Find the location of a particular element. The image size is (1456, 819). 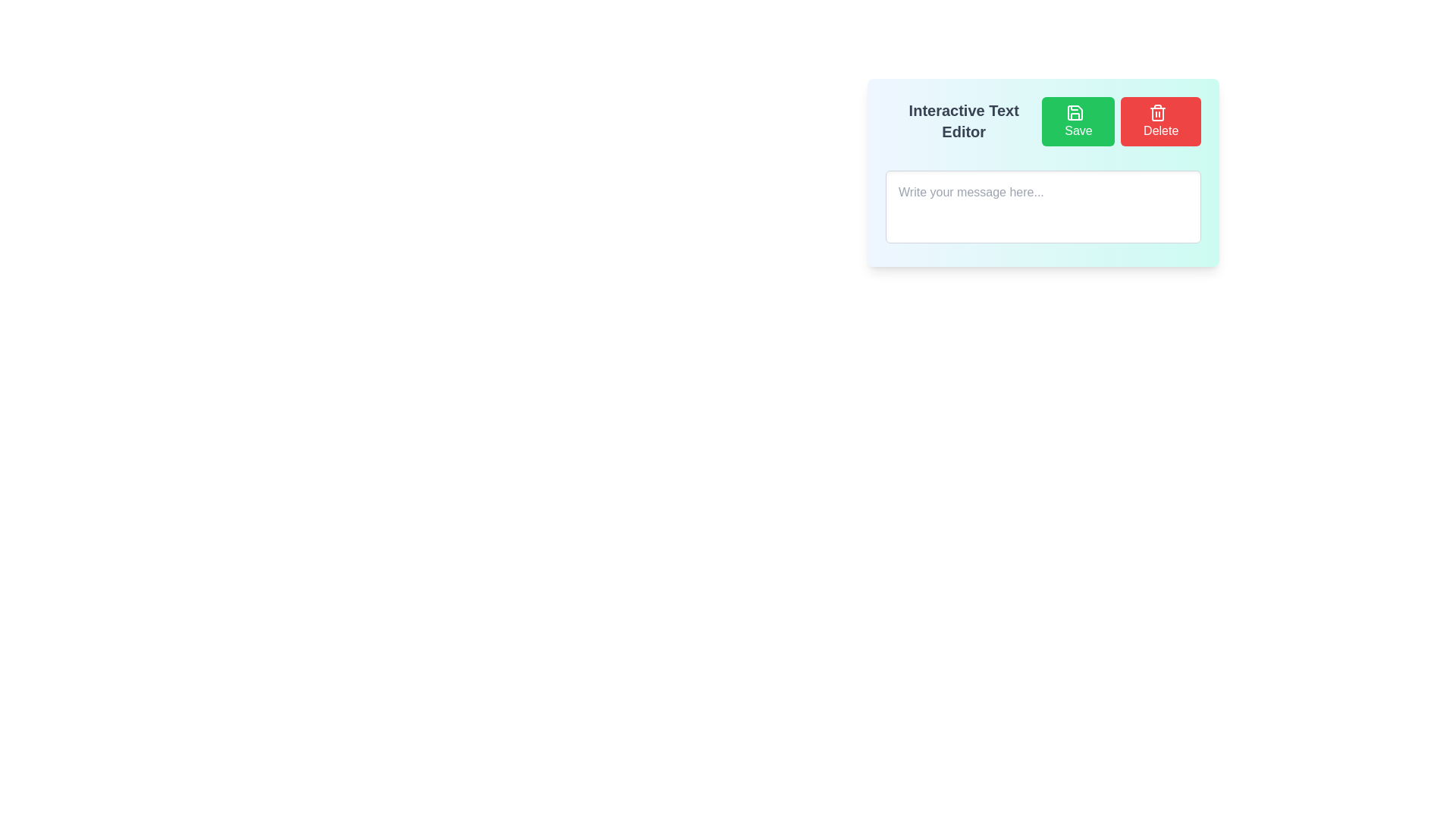

the save icon located within the green 'Save' button in the top-right corner of the interface card is located at coordinates (1075, 111).